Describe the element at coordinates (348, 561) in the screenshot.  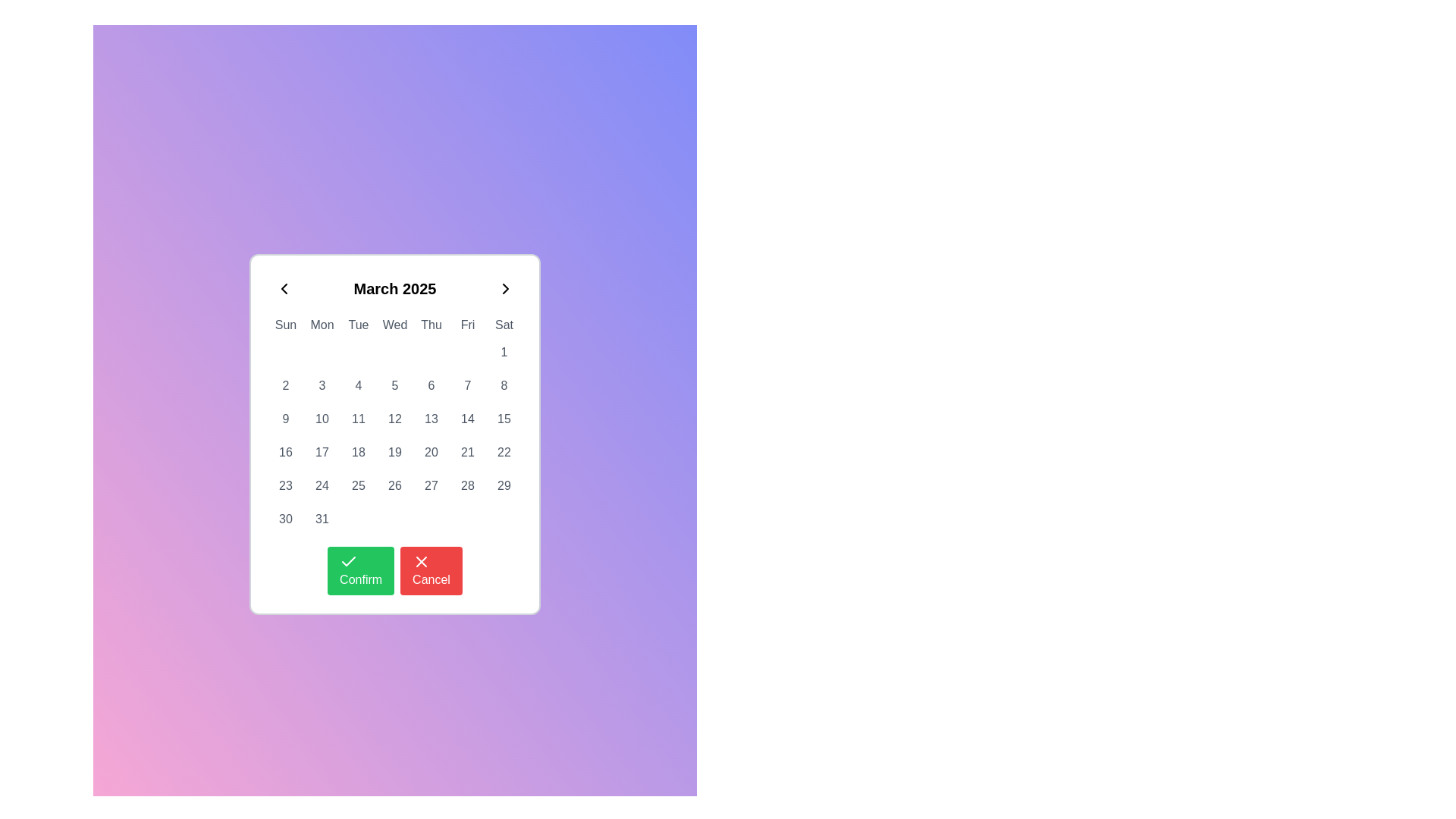
I see `the checkmark icon located inside the green rectangle of the 'Confirm' button at the bottom of the calendar interface` at that location.